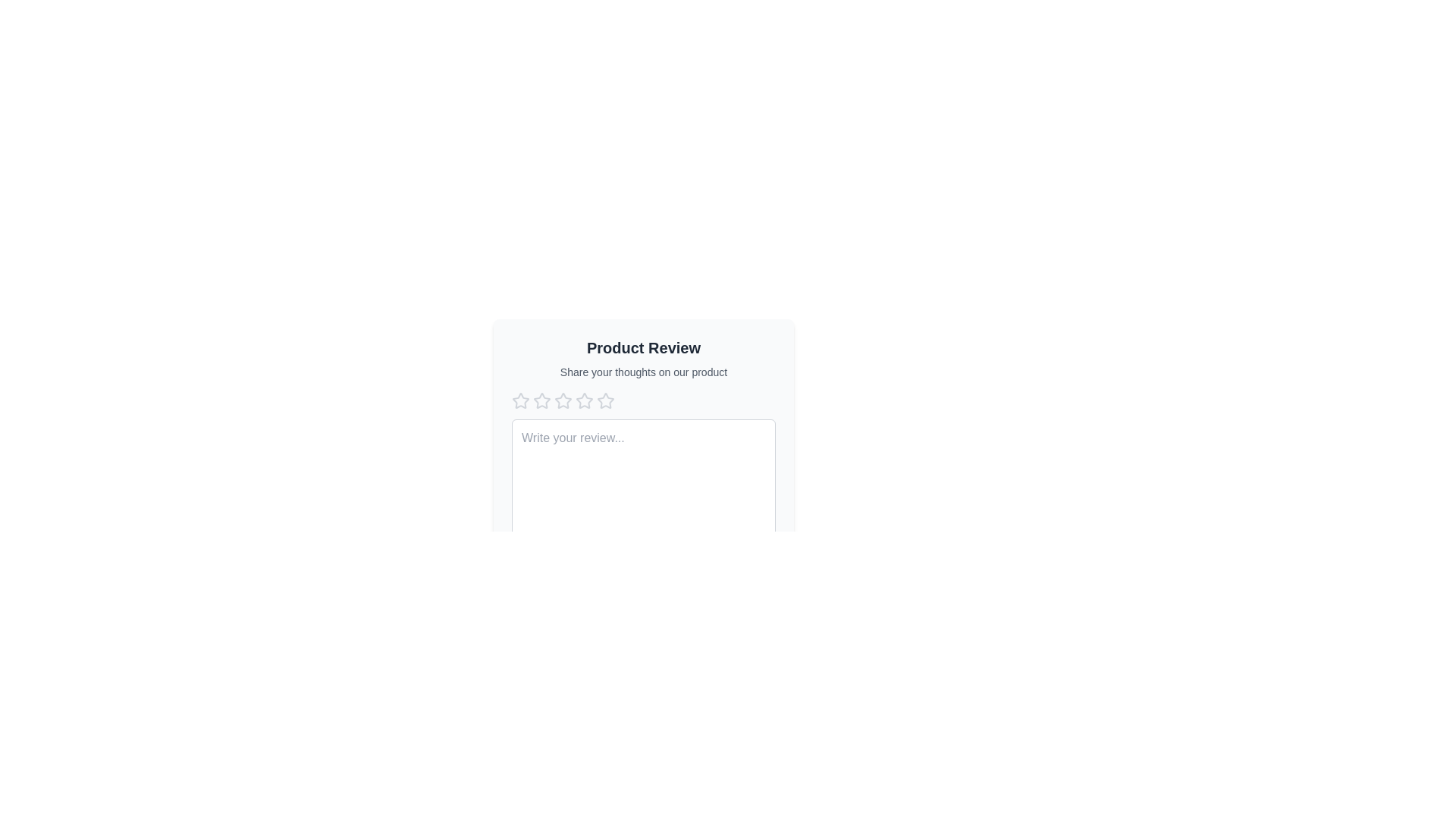 The height and width of the screenshot is (819, 1456). Describe the element at coordinates (520, 400) in the screenshot. I see `the first star icon in the rating system located below the 'Product Review' title` at that location.